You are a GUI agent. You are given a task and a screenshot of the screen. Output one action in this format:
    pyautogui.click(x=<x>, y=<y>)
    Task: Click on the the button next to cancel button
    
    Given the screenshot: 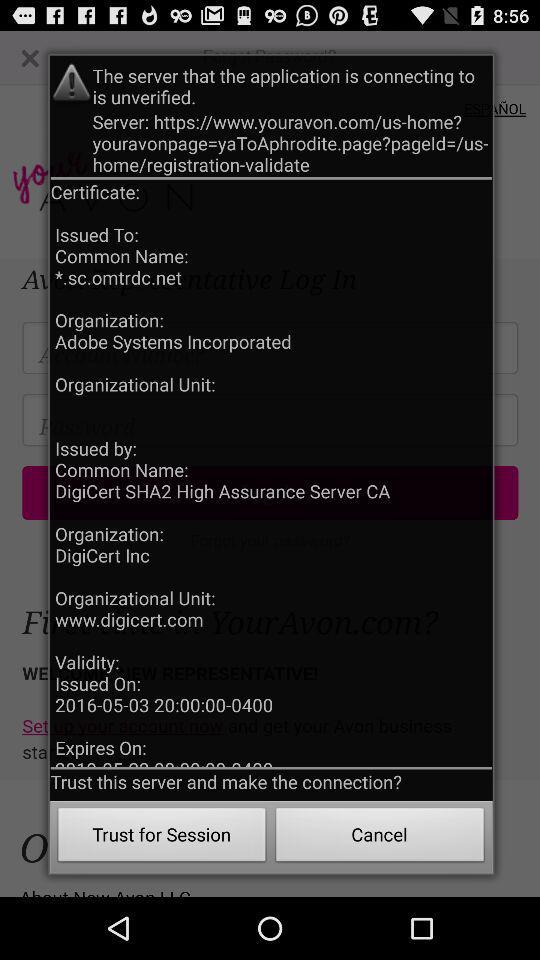 What is the action you would take?
    pyautogui.click(x=161, y=837)
    